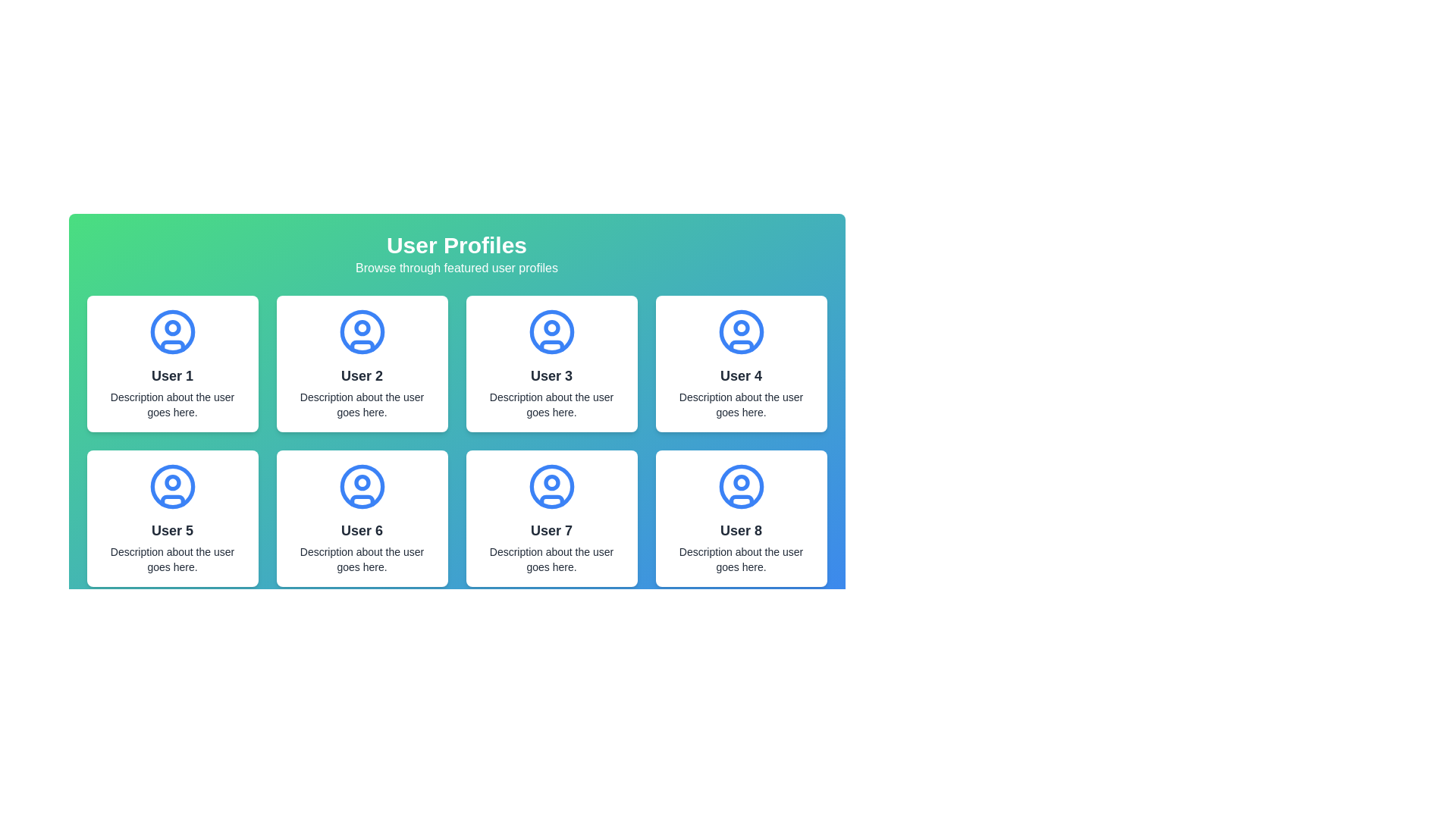 The height and width of the screenshot is (819, 1456). Describe the element at coordinates (172, 486) in the screenshot. I see `the user profile SVG icon associated with 'User 5' in the second row and first column of the grid` at that location.